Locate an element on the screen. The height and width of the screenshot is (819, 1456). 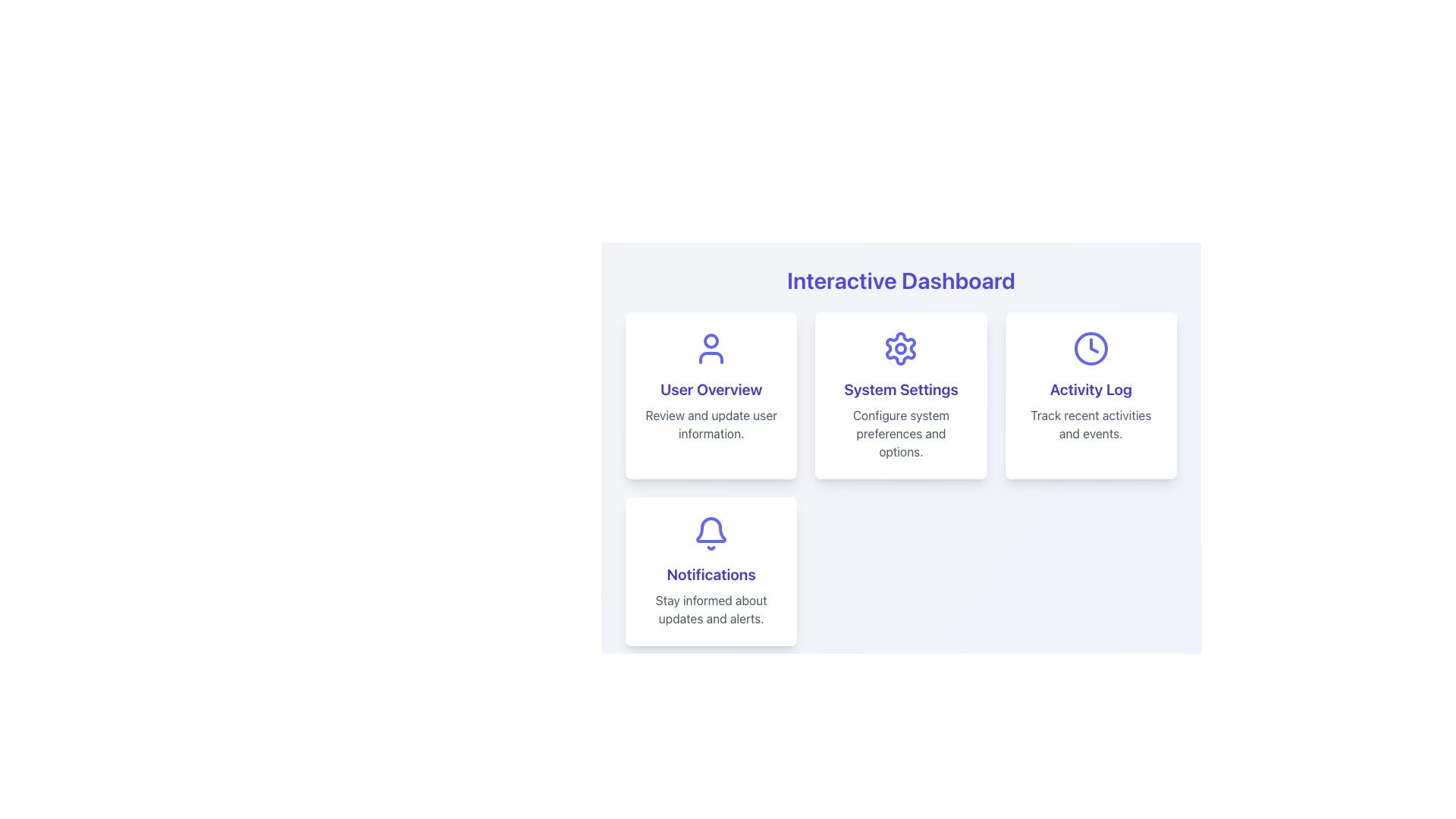
the header element that displays 'Interactive Dashboard', which is styled in bold, large indigo text and centered at the top of the content section is located at coordinates (901, 281).